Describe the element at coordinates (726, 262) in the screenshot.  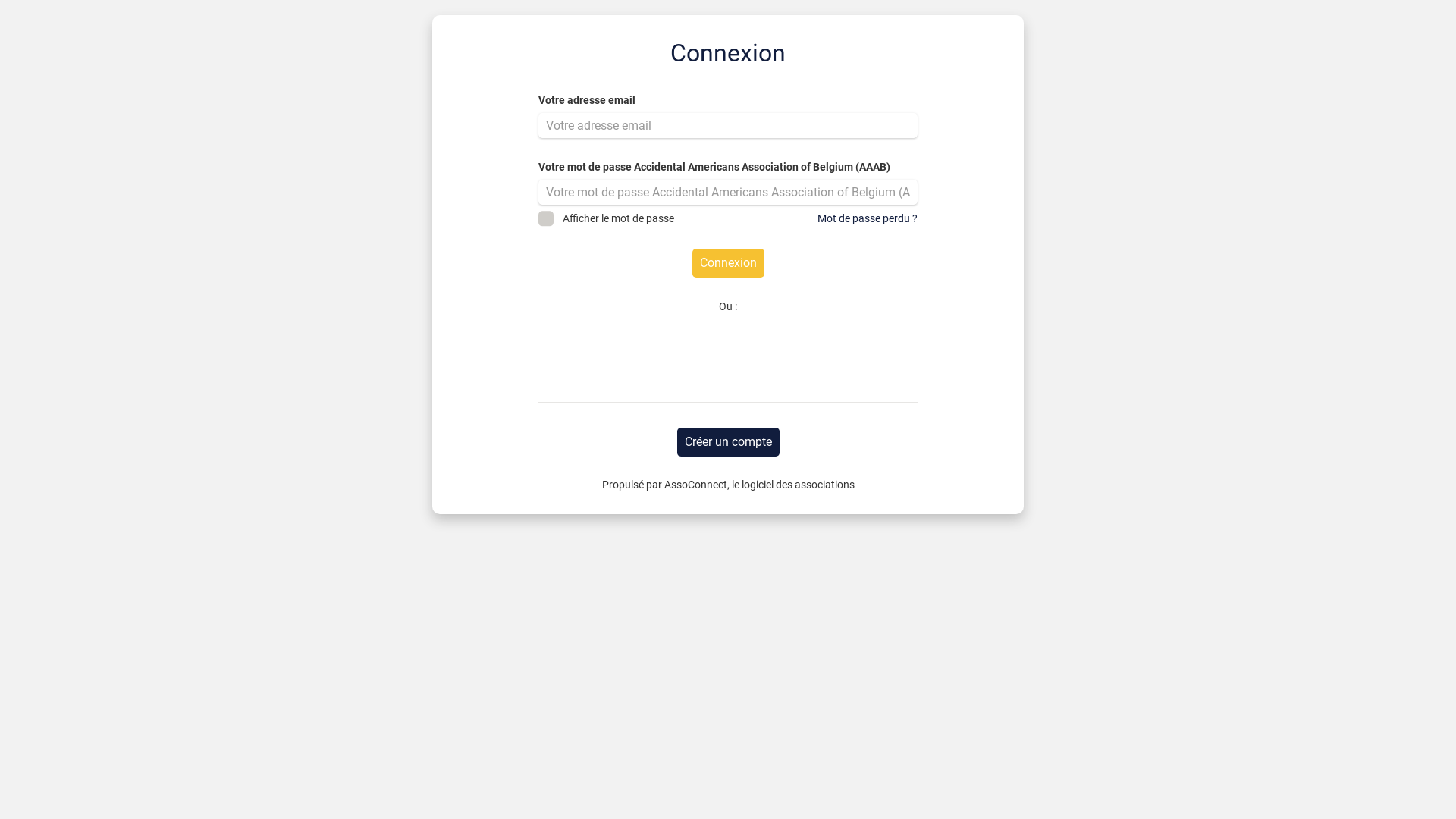
I see `'Connexion'` at that location.